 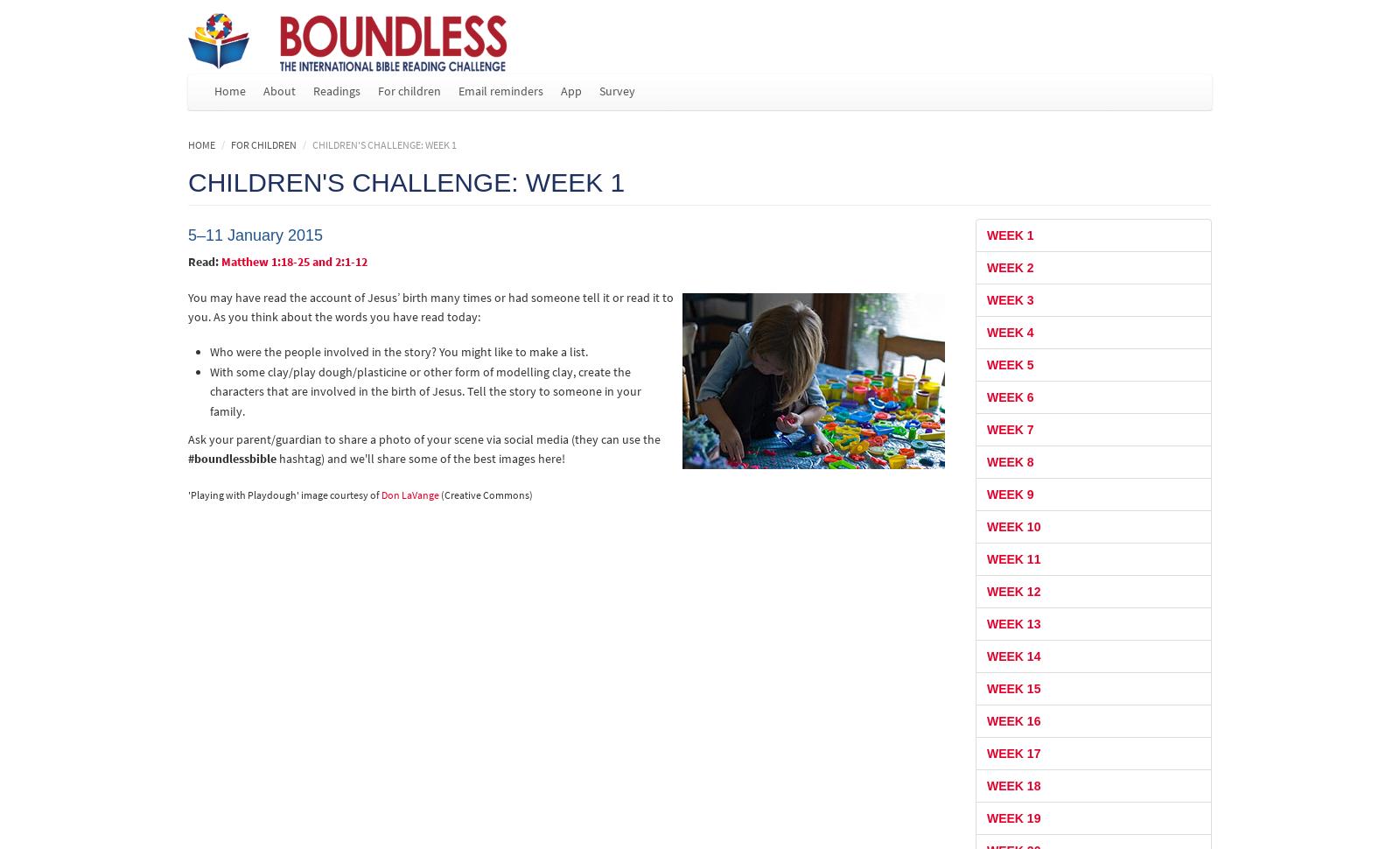 I want to click on 'Week 10', so click(x=1013, y=526).